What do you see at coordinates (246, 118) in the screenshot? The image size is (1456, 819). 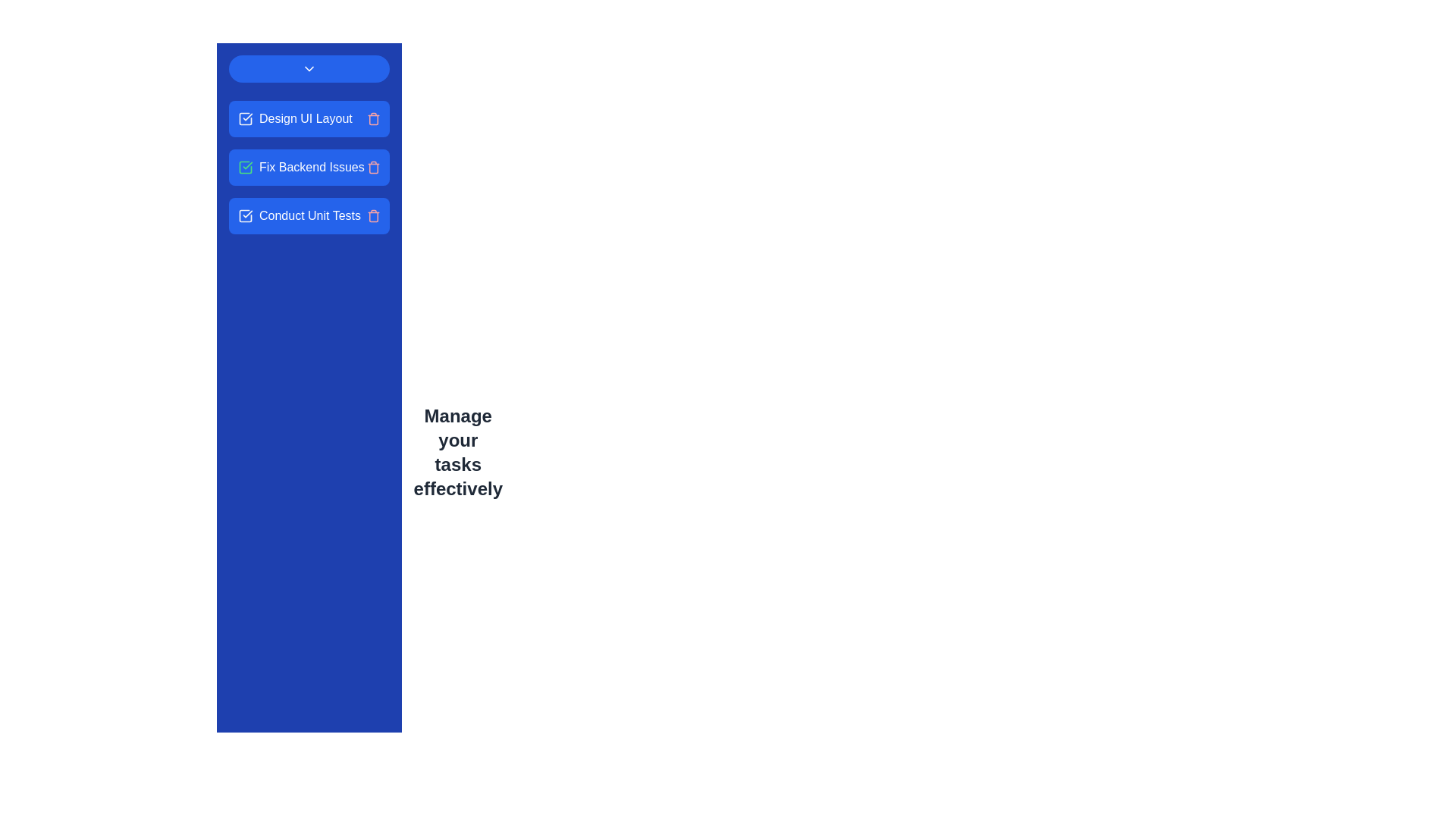 I see `the checkbox for the task 'Design UI Layout'` at bounding box center [246, 118].